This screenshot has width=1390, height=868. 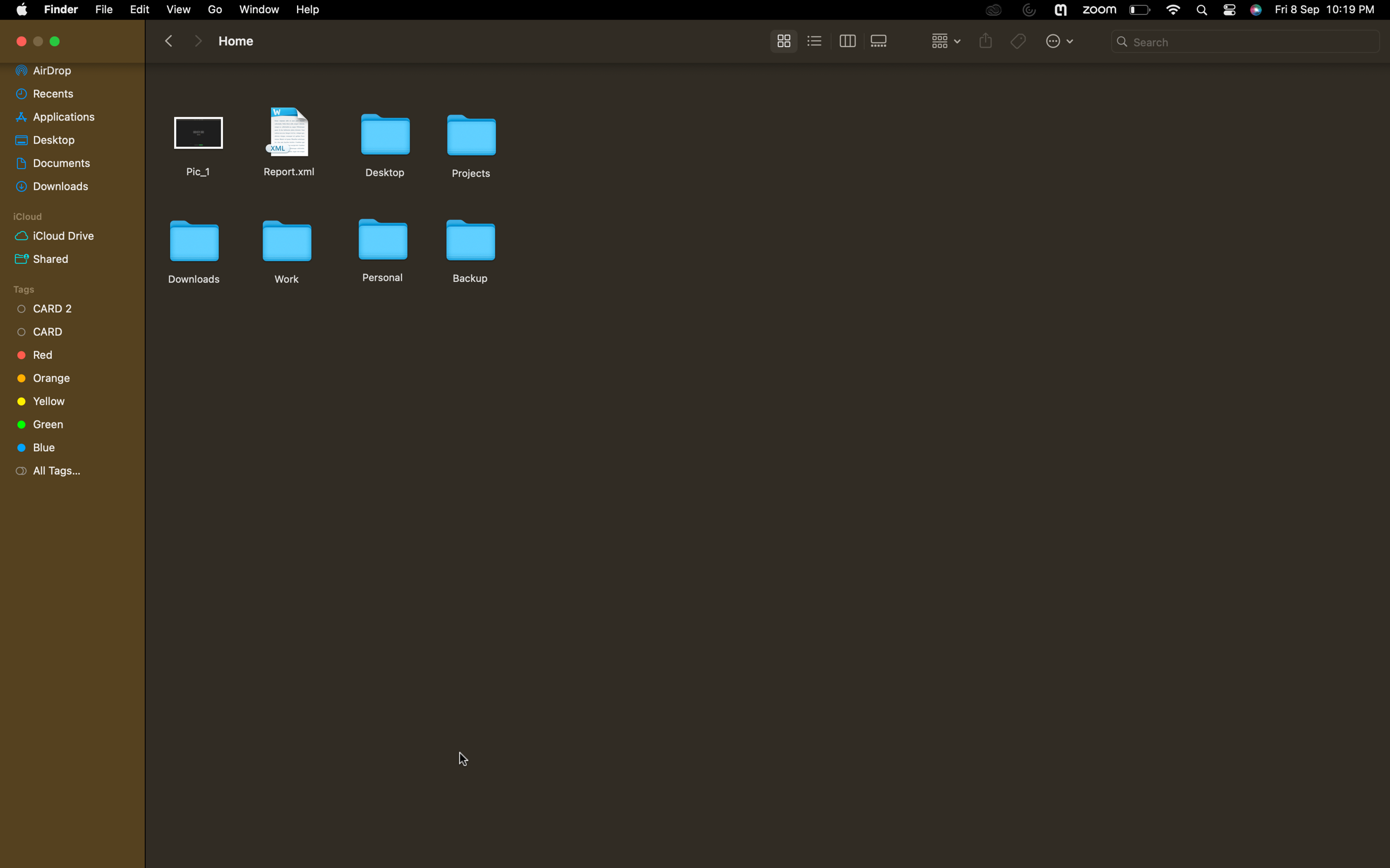 What do you see at coordinates (68, 116) in the screenshot?
I see `"applications" directory and navigate to the bottom of the folder` at bounding box center [68, 116].